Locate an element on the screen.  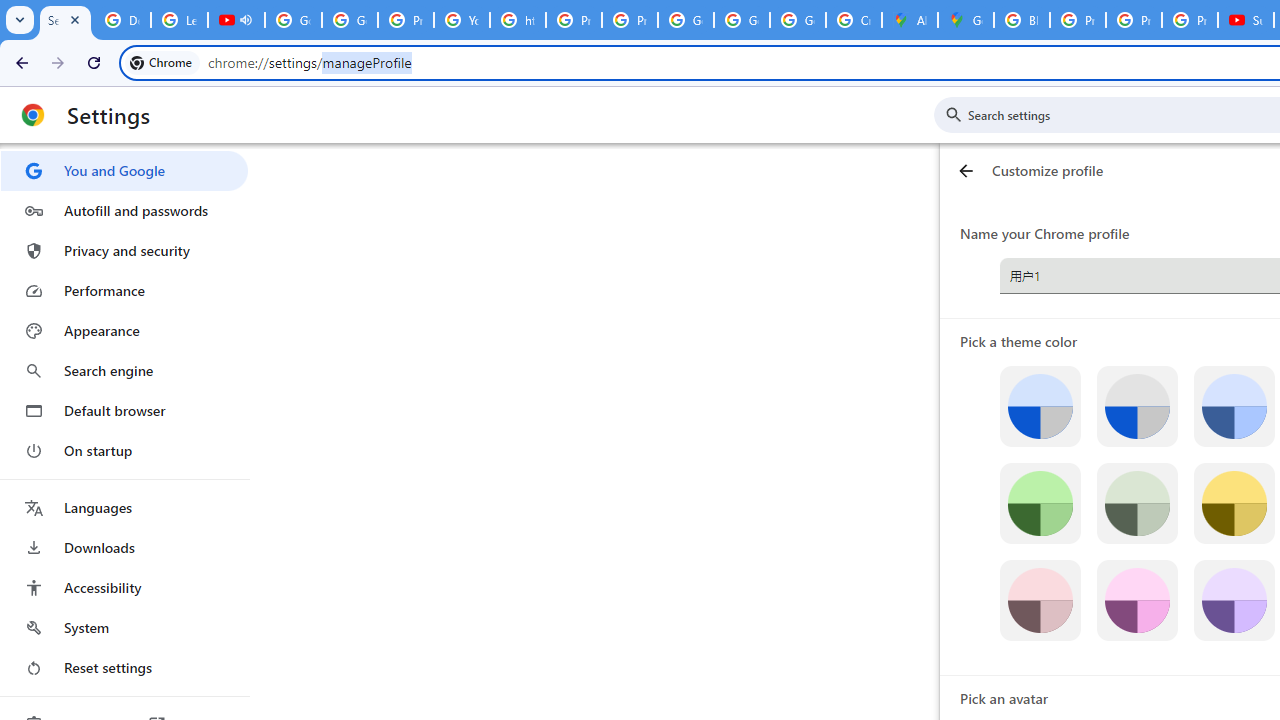
'Languages' is located at coordinates (123, 506).